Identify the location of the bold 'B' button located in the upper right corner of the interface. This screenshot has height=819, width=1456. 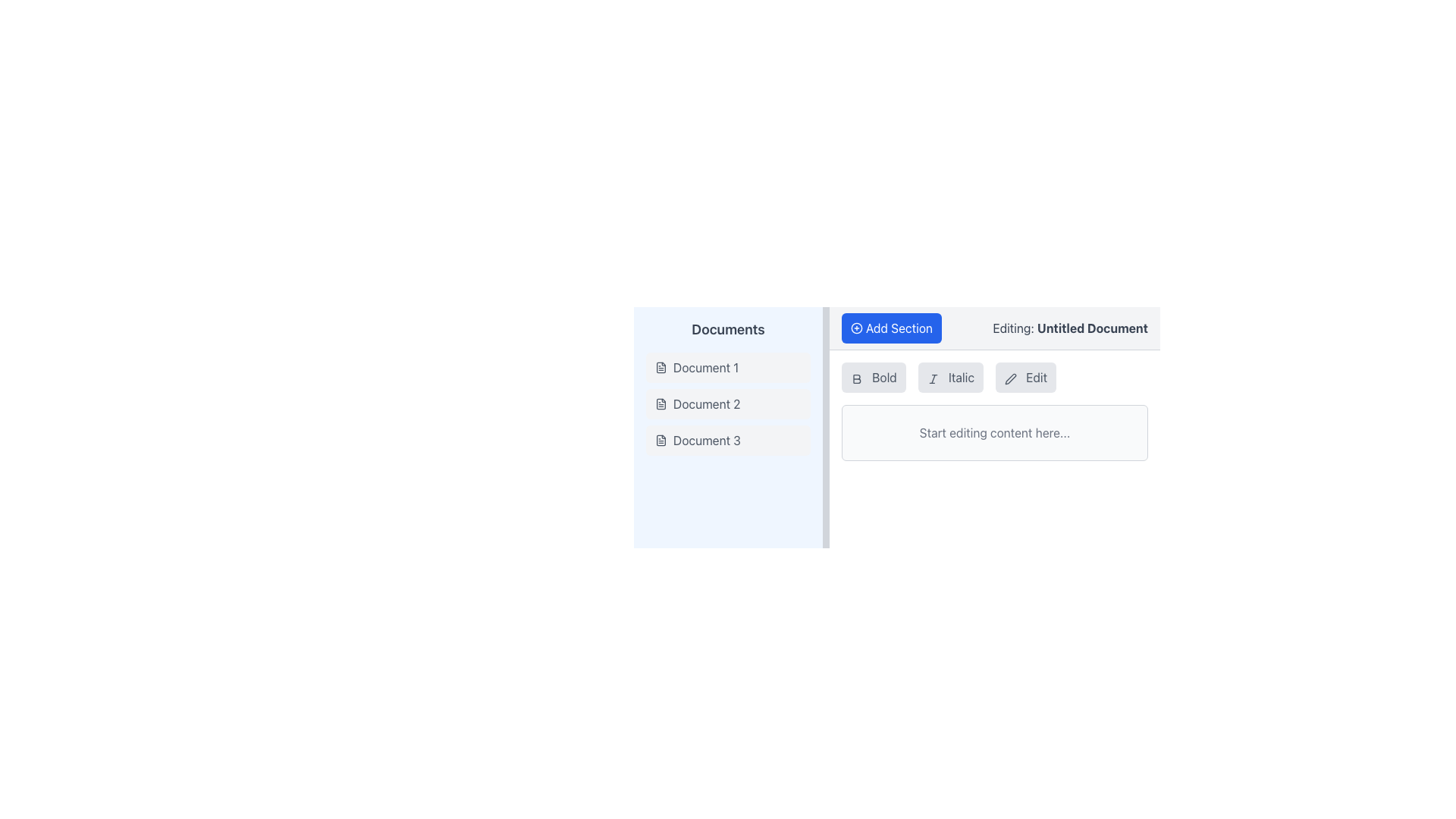
(856, 377).